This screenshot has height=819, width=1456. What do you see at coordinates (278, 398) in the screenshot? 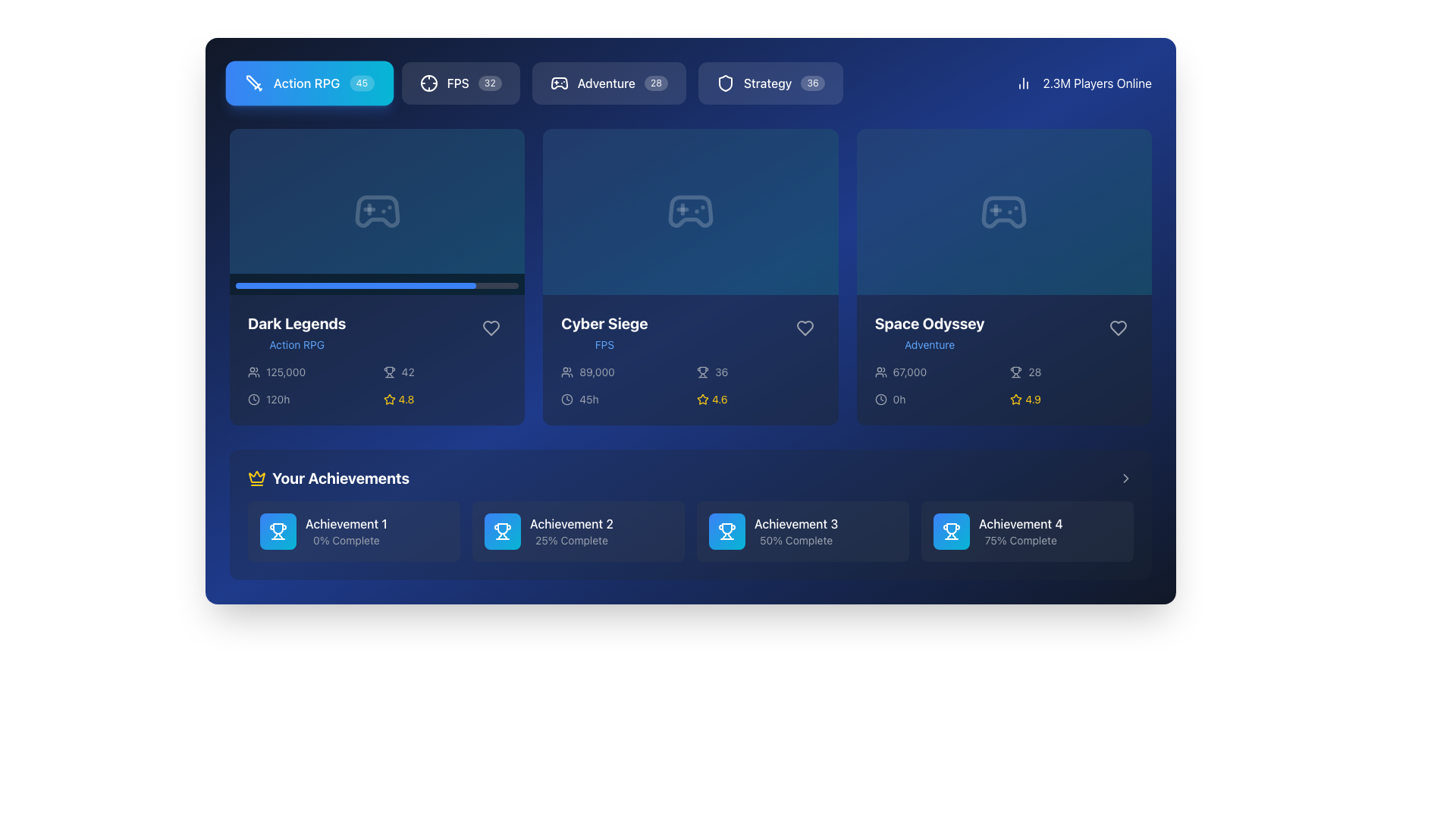
I see `the text label indicating total hours invested in the game 'Dark Legends,' which is located to the left of the clock icon in the game details section` at bounding box center [278, 398].